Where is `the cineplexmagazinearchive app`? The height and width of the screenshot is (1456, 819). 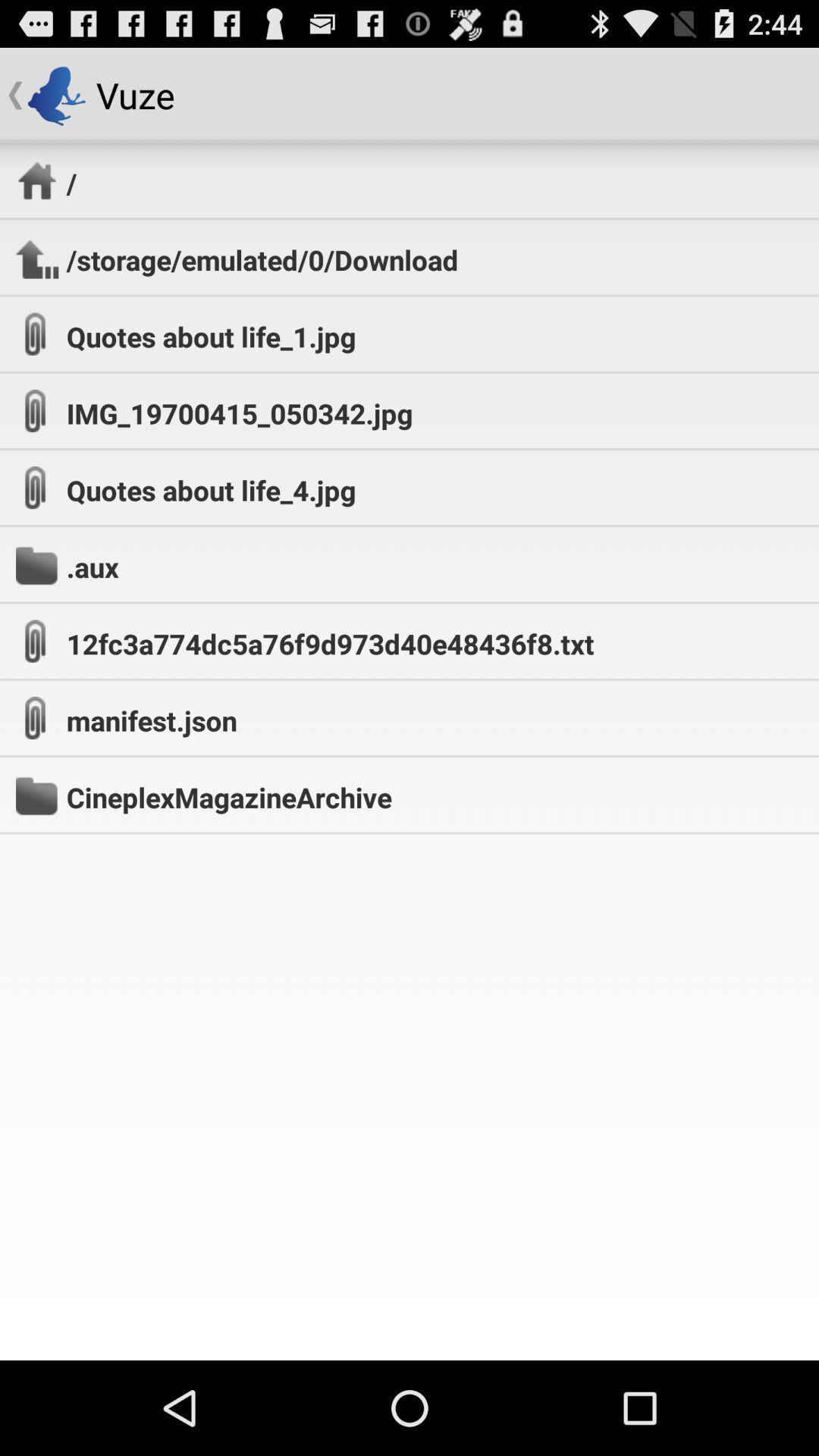 the cineplexmagazinearchive app is located at coordinates (229, 796).